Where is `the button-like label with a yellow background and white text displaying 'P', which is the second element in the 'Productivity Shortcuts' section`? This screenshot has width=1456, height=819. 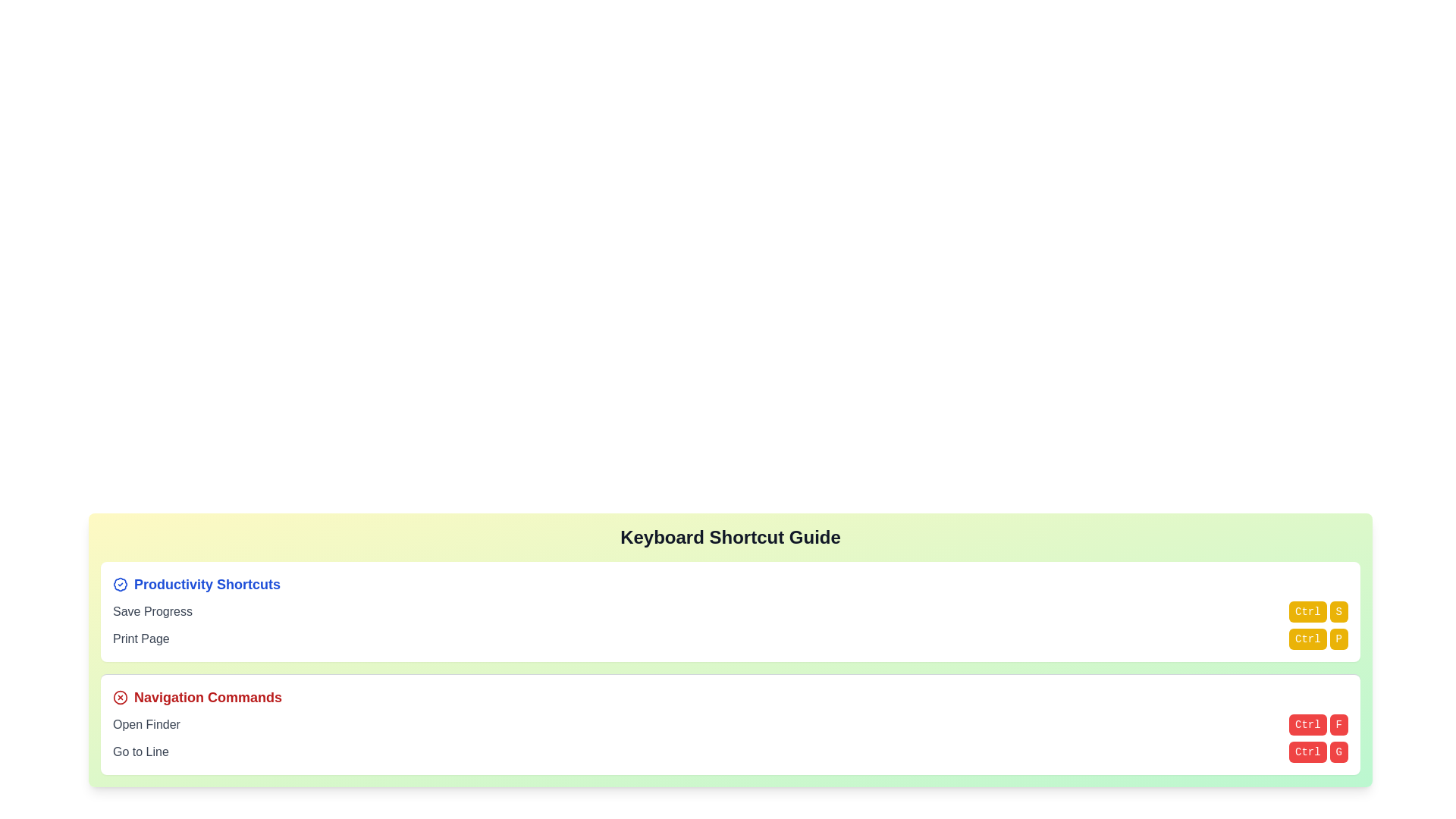 the button-like label with a yellow background and white text displaying 'P', which is the second element in the 'Productivity Shortcuts' section is located at coordinates (1338, 639).